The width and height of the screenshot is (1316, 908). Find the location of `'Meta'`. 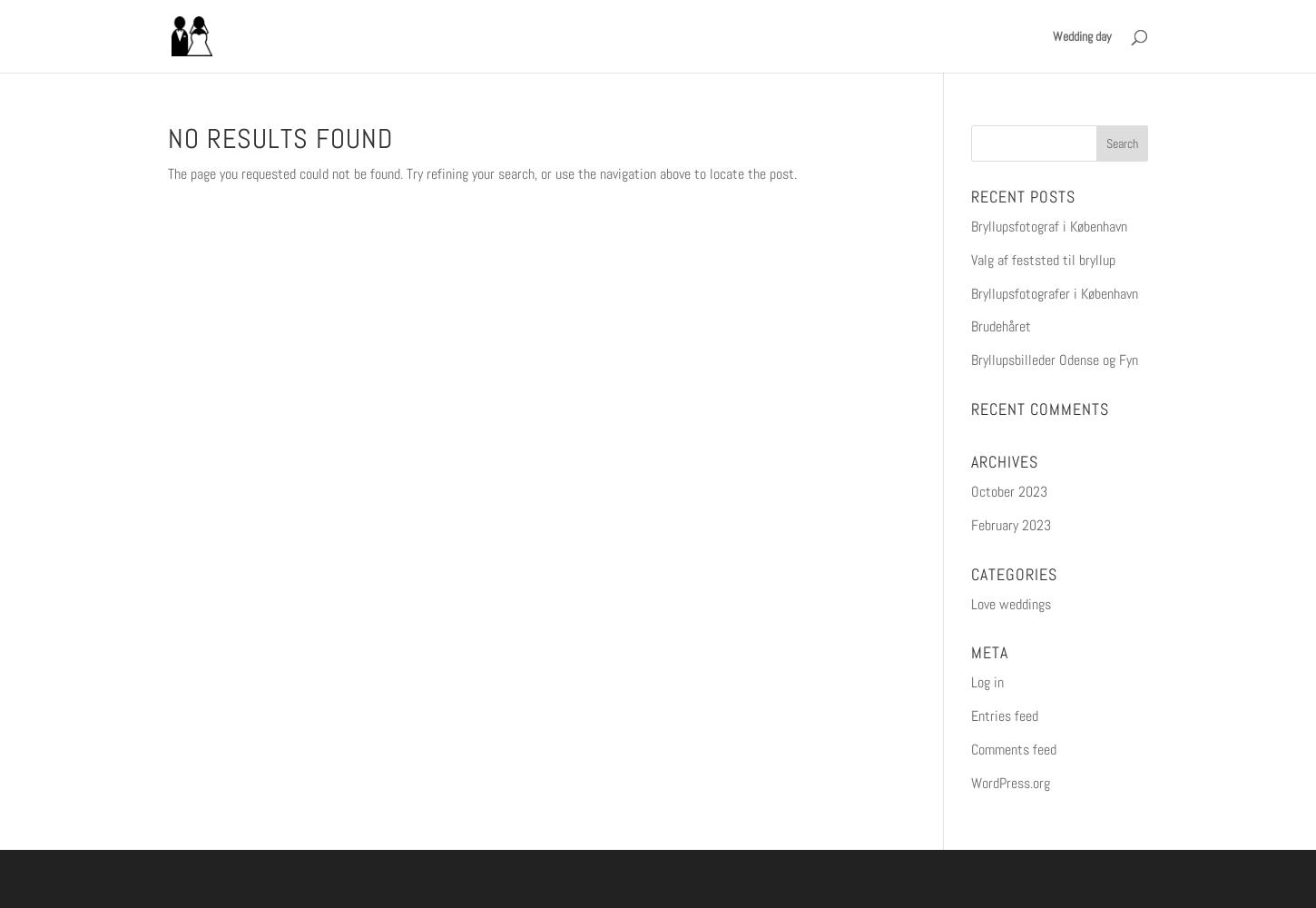

'Meta' is located at coordinates (987, 651).